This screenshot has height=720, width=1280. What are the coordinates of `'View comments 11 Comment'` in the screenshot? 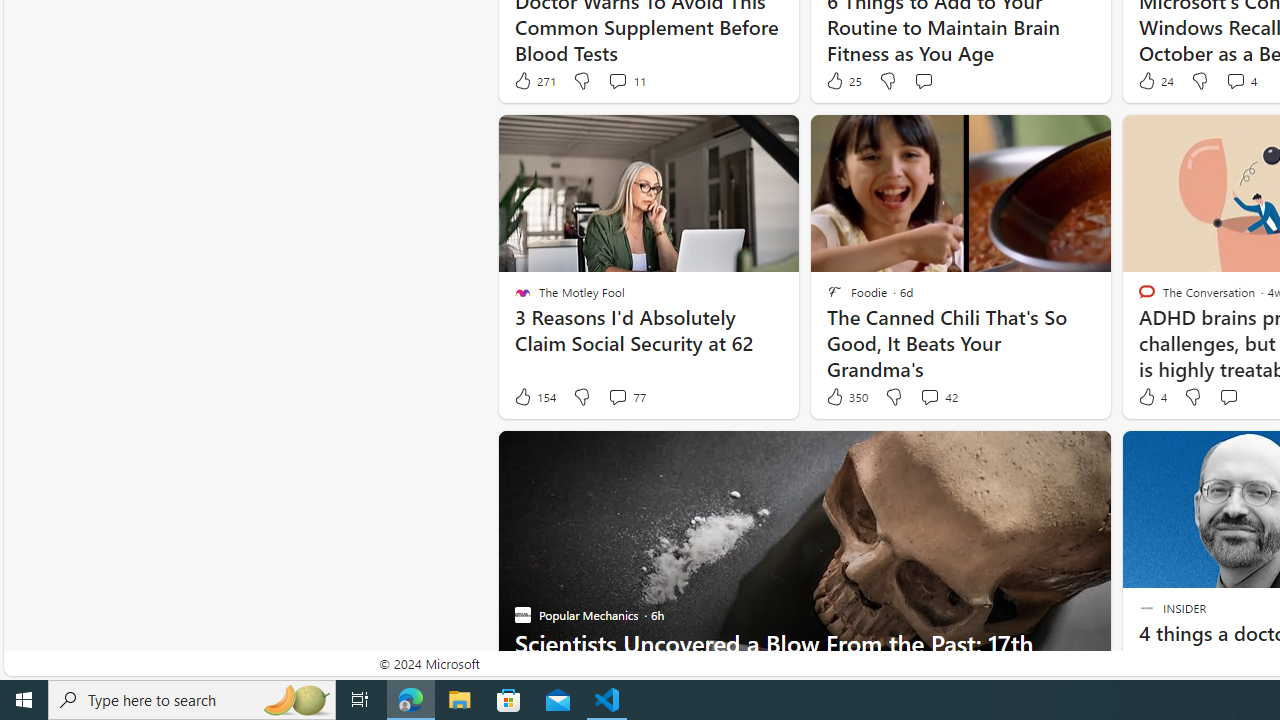 It's located at (616, 80).